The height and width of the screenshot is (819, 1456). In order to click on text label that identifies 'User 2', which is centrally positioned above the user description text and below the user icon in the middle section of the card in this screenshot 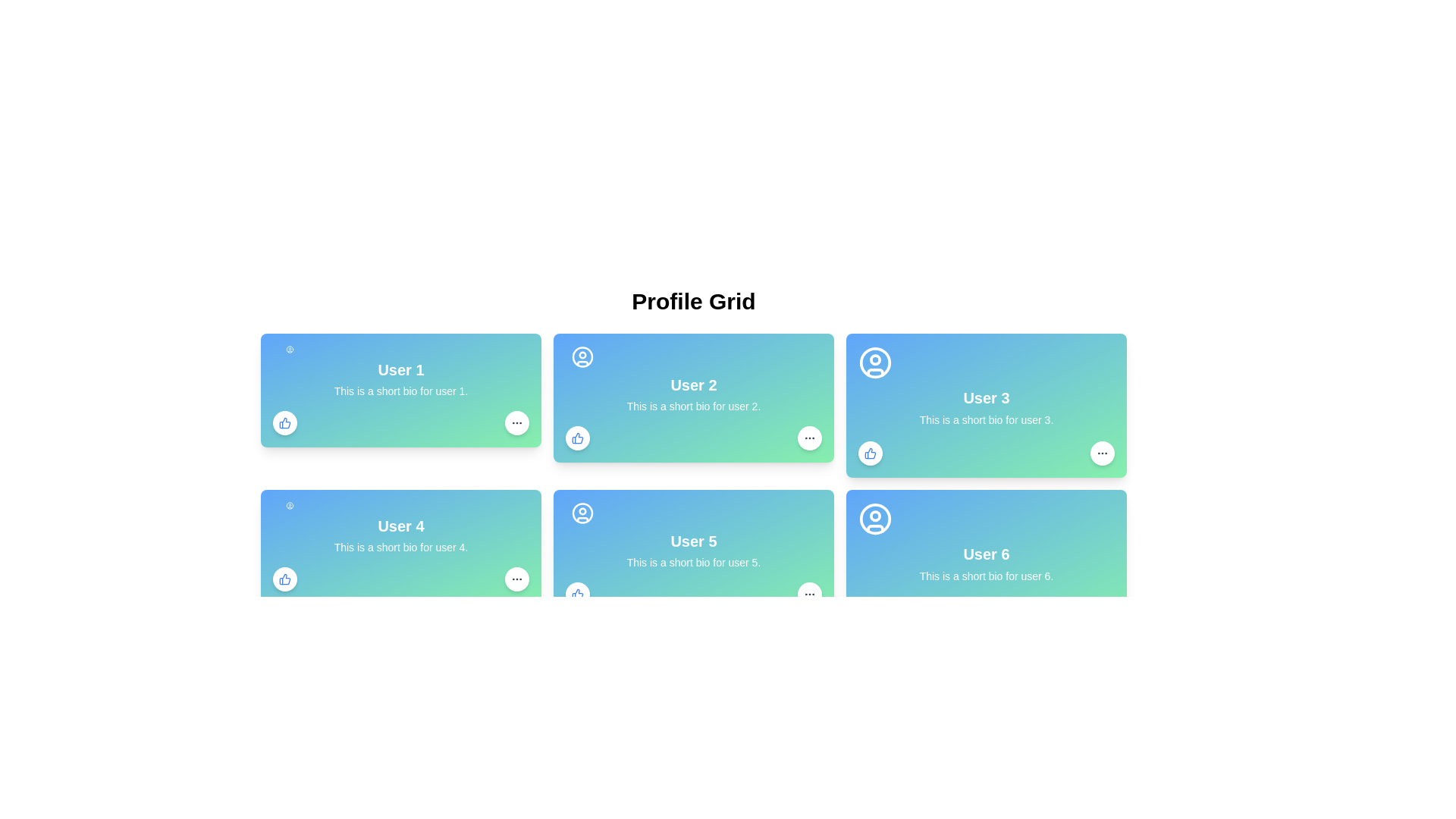, I will do `click(693, 384)`.